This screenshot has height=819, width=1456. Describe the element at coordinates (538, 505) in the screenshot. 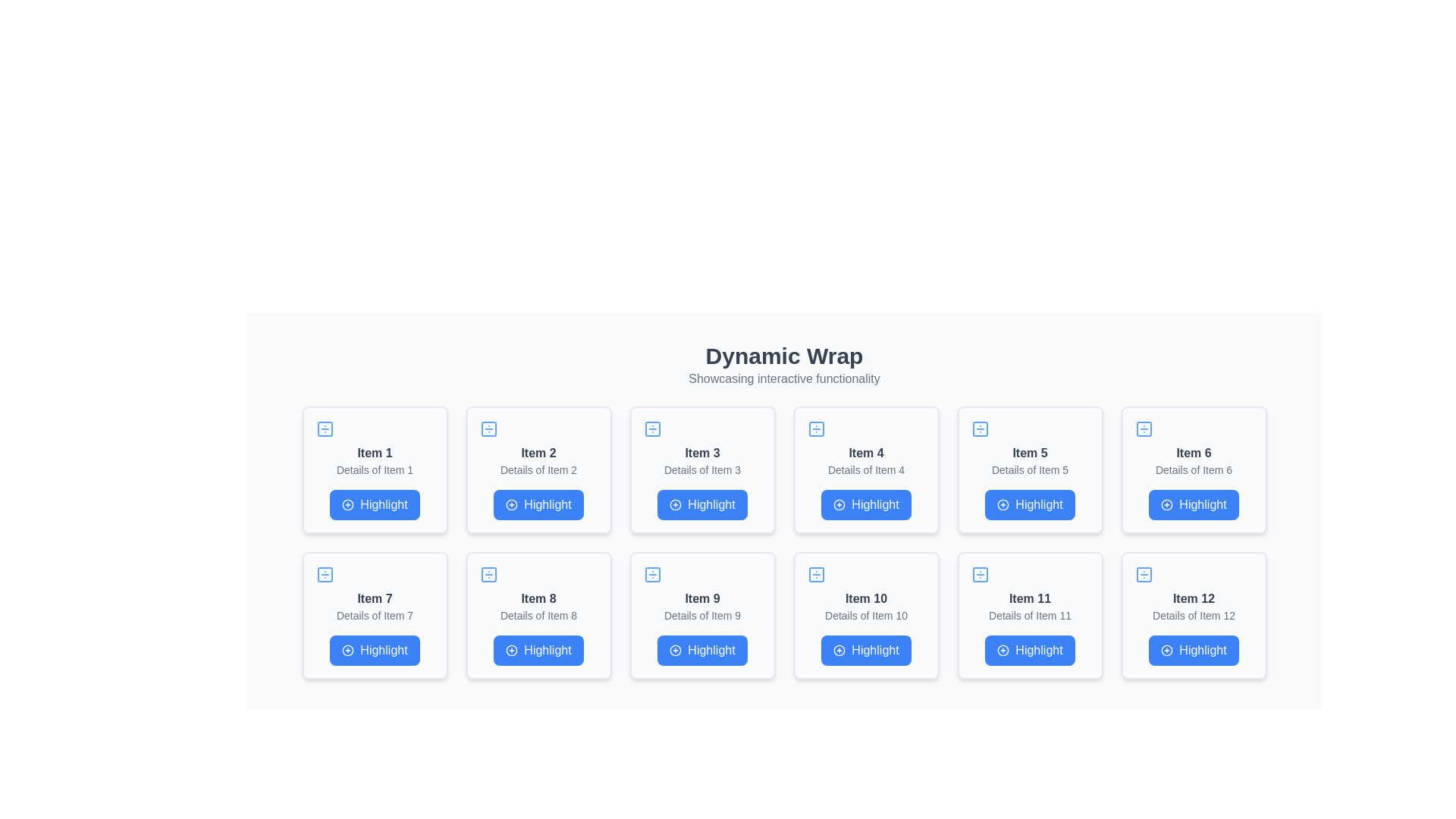

I see `the blue button labeled 'Highlight' with a '+' icon, located in the card labeled 'Item 2'` at that location.